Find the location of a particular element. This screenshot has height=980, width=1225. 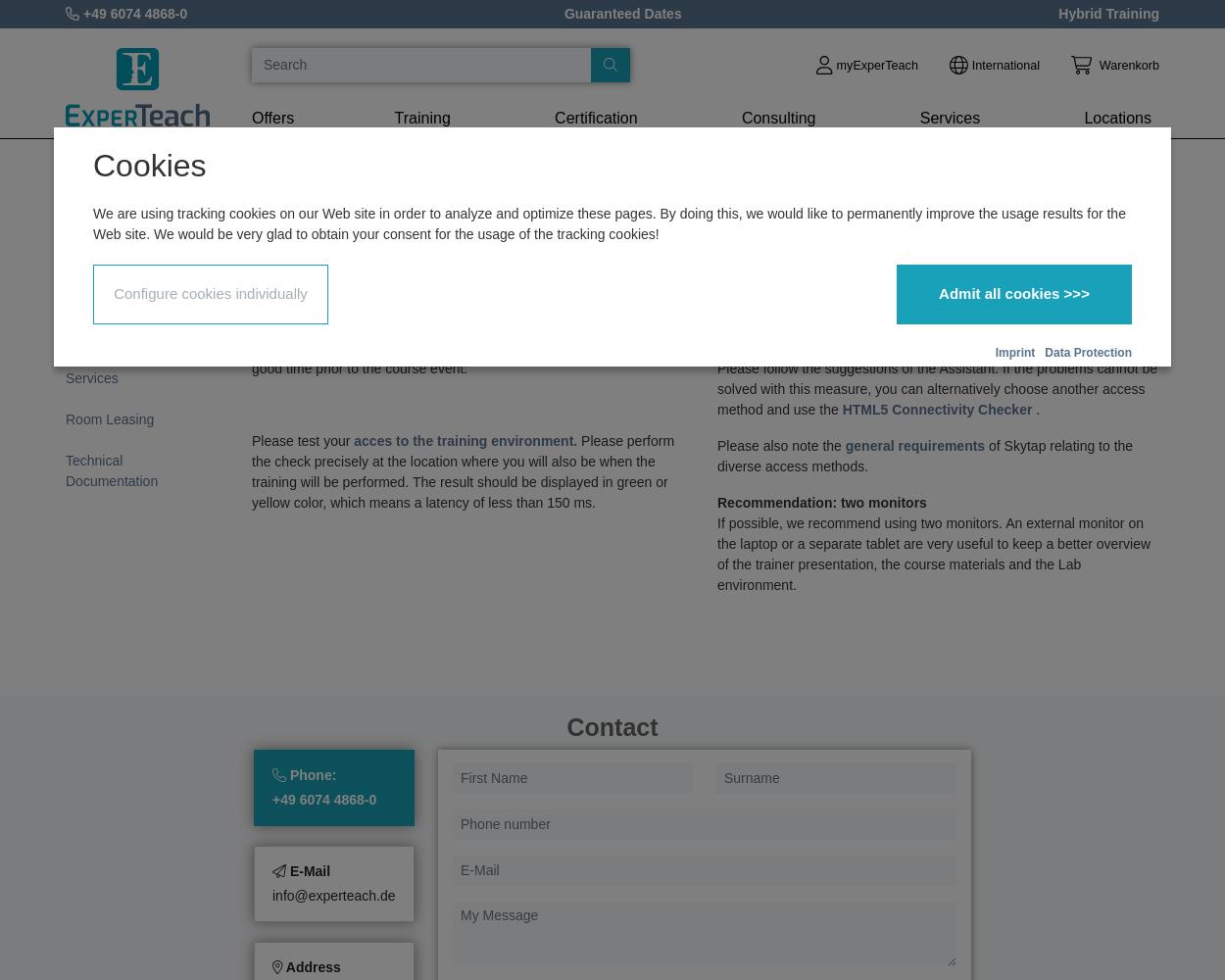

'Certification' is located at coordinates (595, 117).